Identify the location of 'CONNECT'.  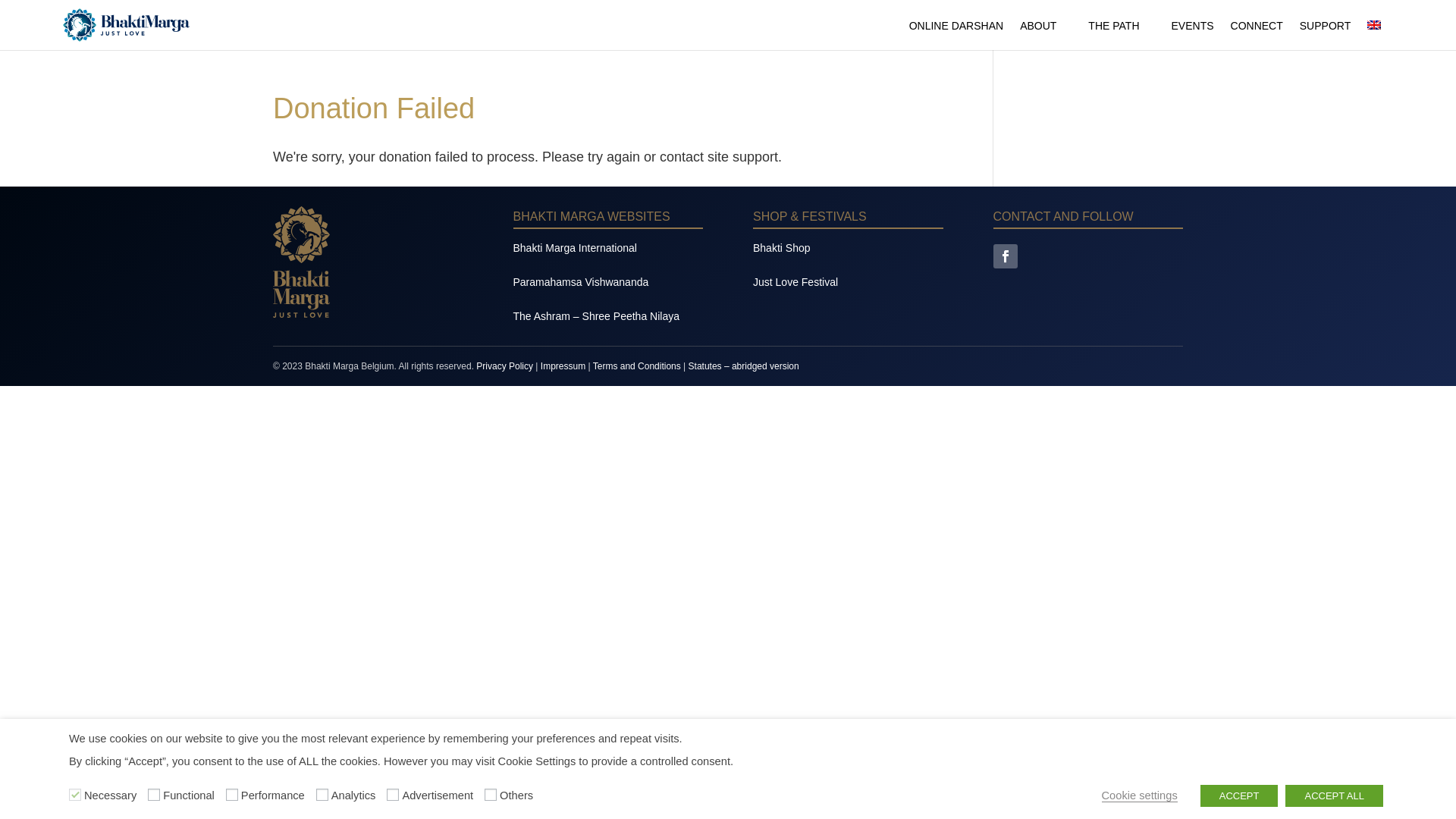
(1230, 34).